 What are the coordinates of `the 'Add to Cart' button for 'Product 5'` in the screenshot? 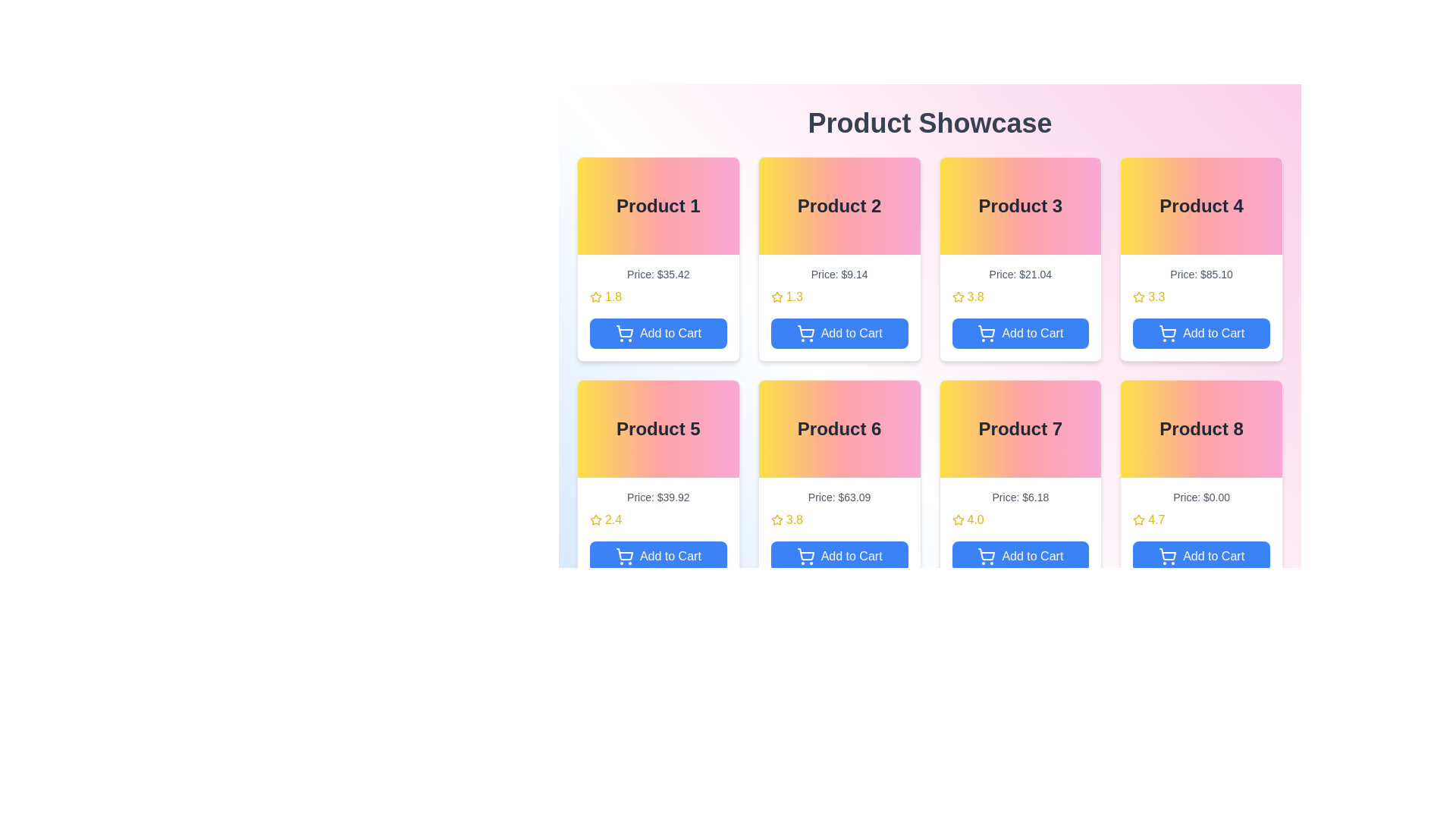 It's located at (658, 556).